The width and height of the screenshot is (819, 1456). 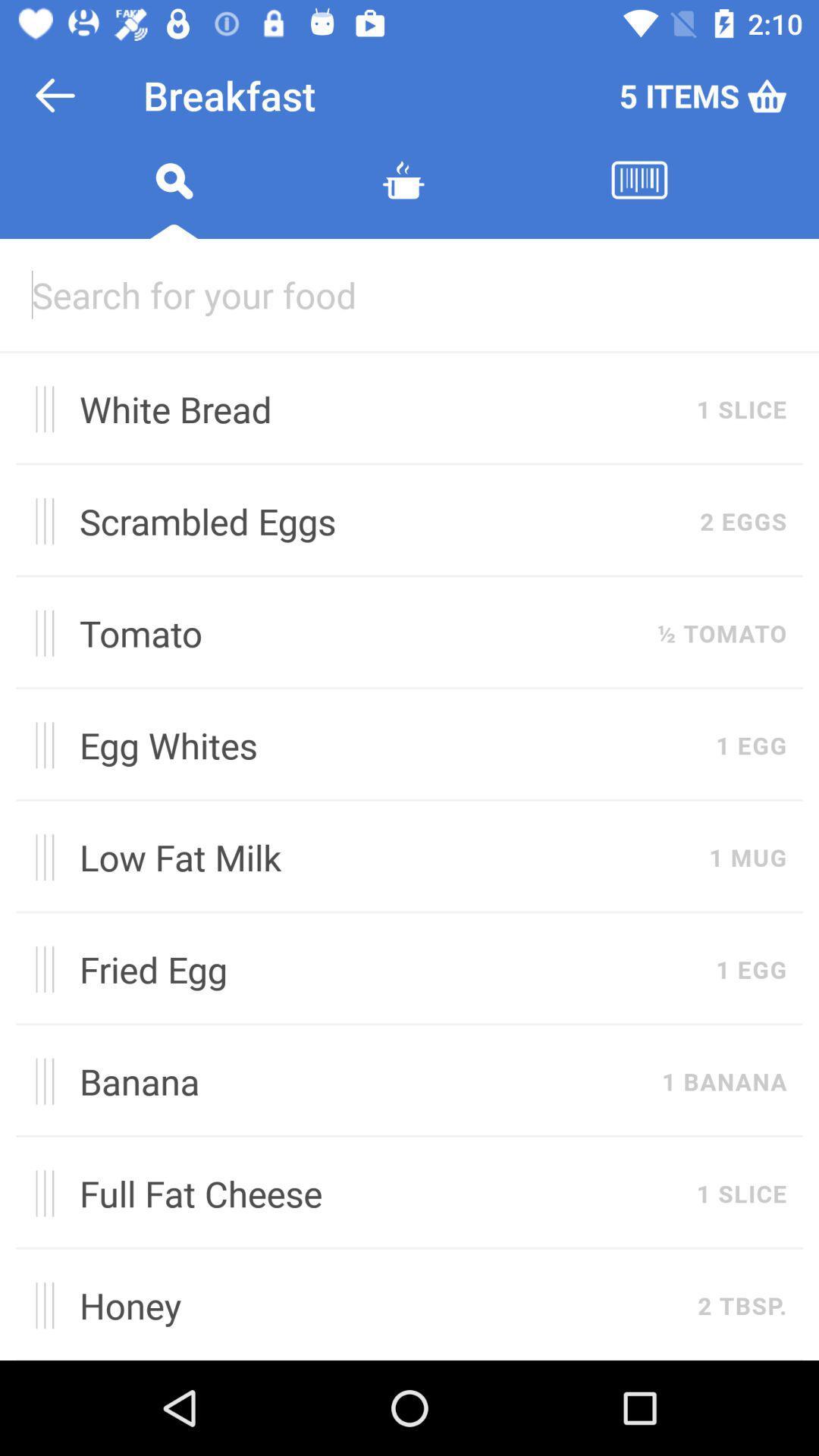 I want to click on item to the right of the scrambled eggs, so click(x=742, y=521).